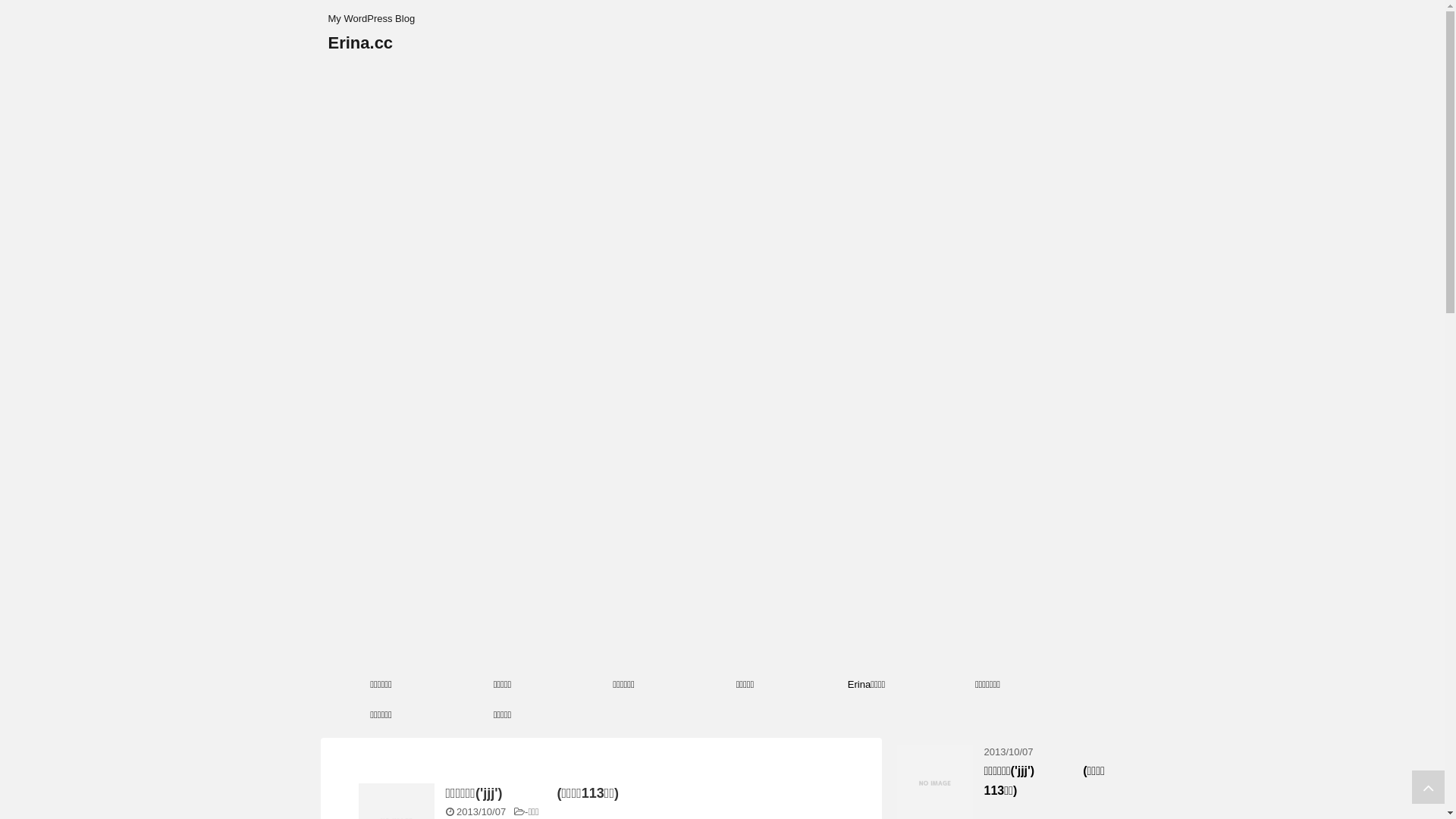  I want to click on 'Erina.cc', so click(359, 42).